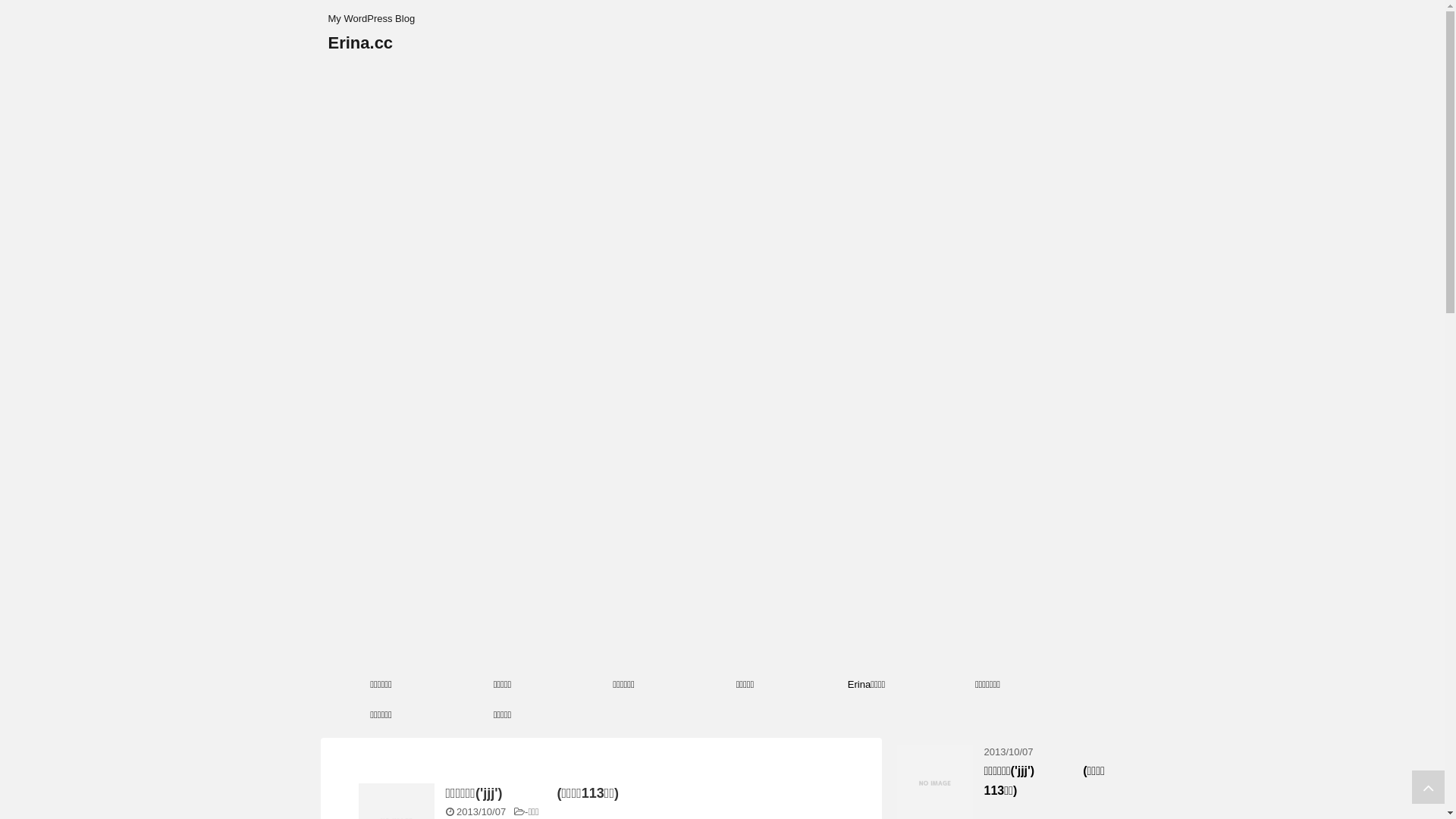  I want to click on 'Erina.cc', so click(359, 42).